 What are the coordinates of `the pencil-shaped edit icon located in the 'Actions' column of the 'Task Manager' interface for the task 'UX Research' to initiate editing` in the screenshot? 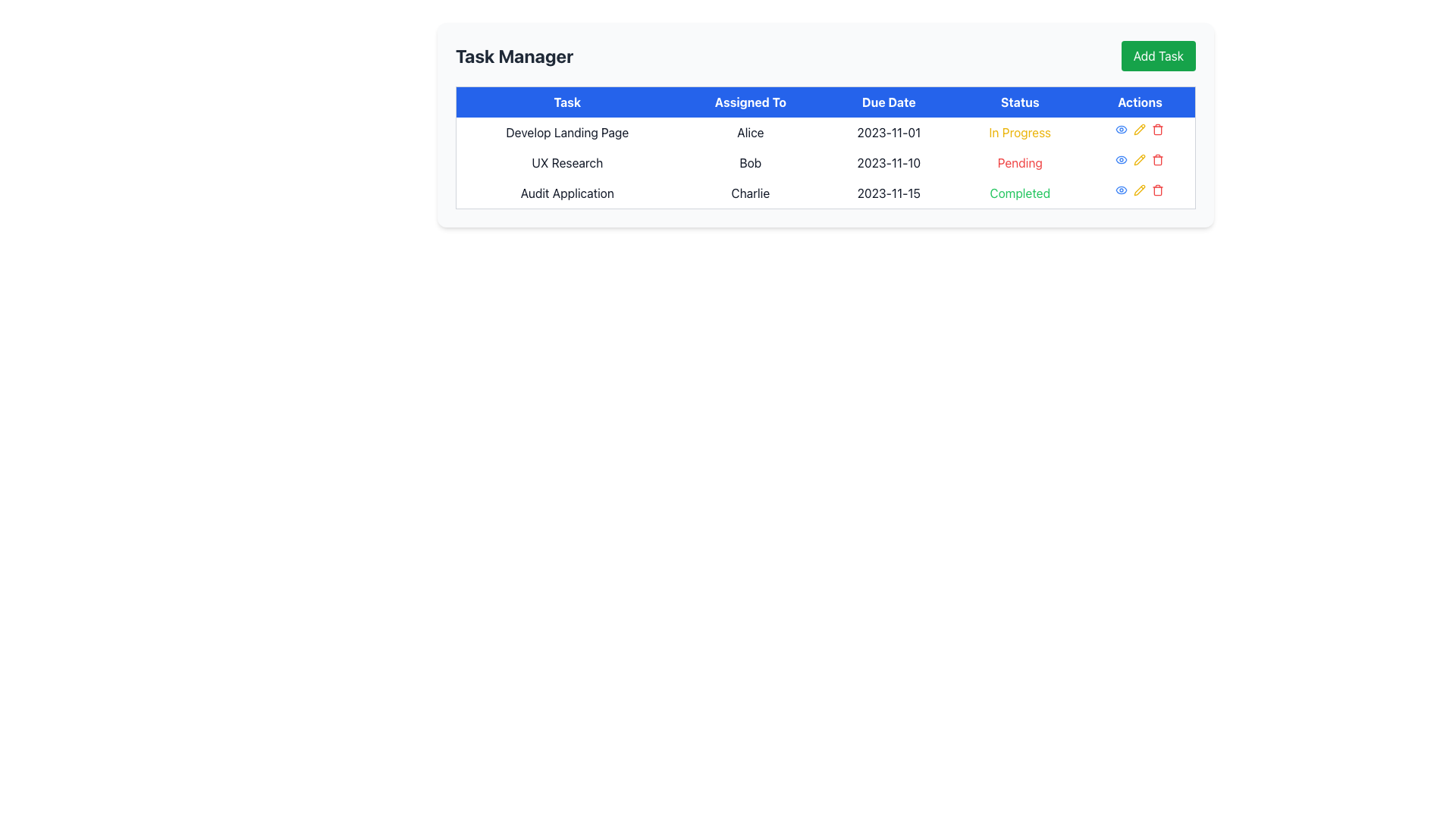 It's located at (1140, 160).